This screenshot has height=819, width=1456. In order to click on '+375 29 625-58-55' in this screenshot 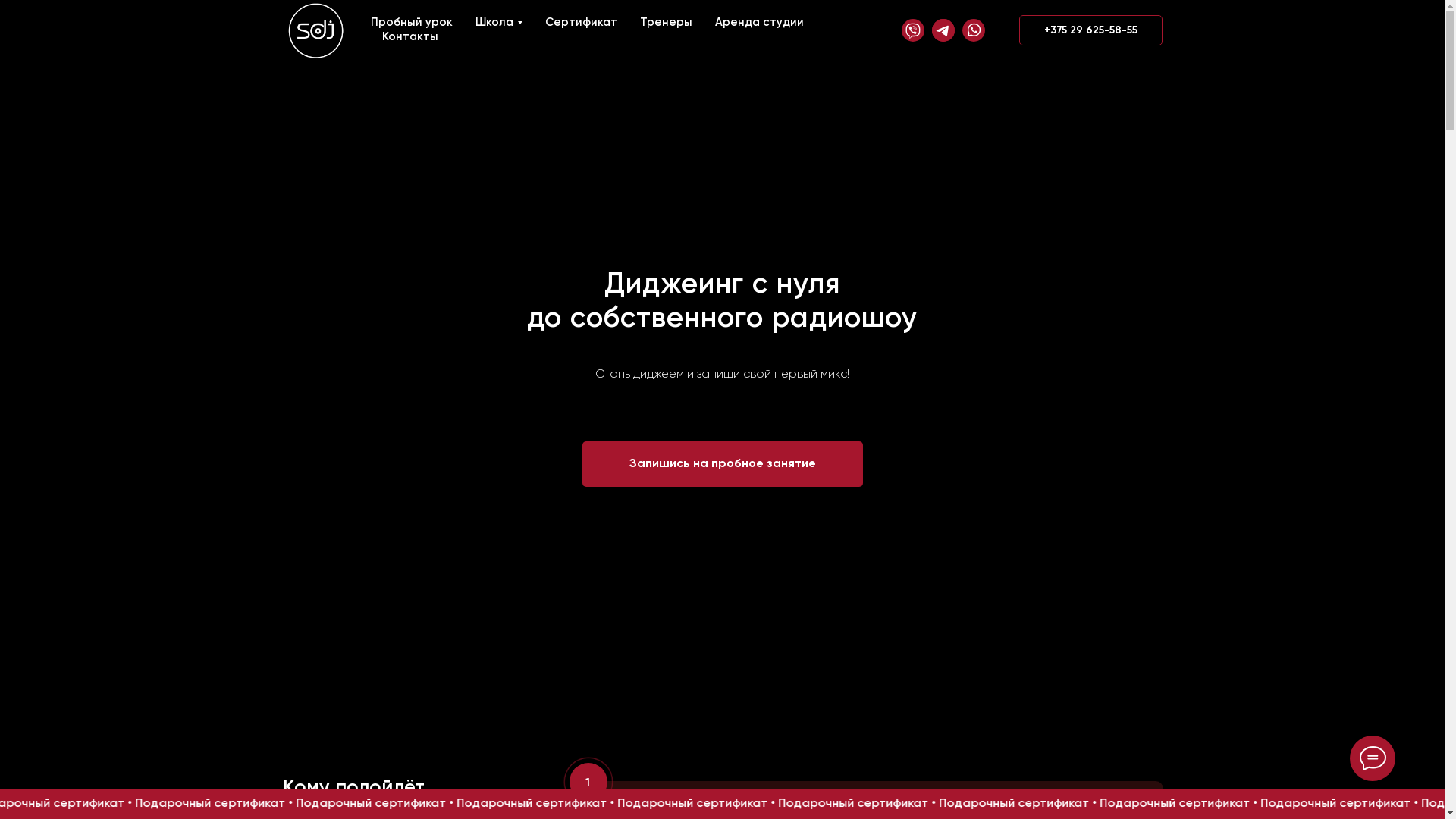, I will do `click(1090, 30)`.